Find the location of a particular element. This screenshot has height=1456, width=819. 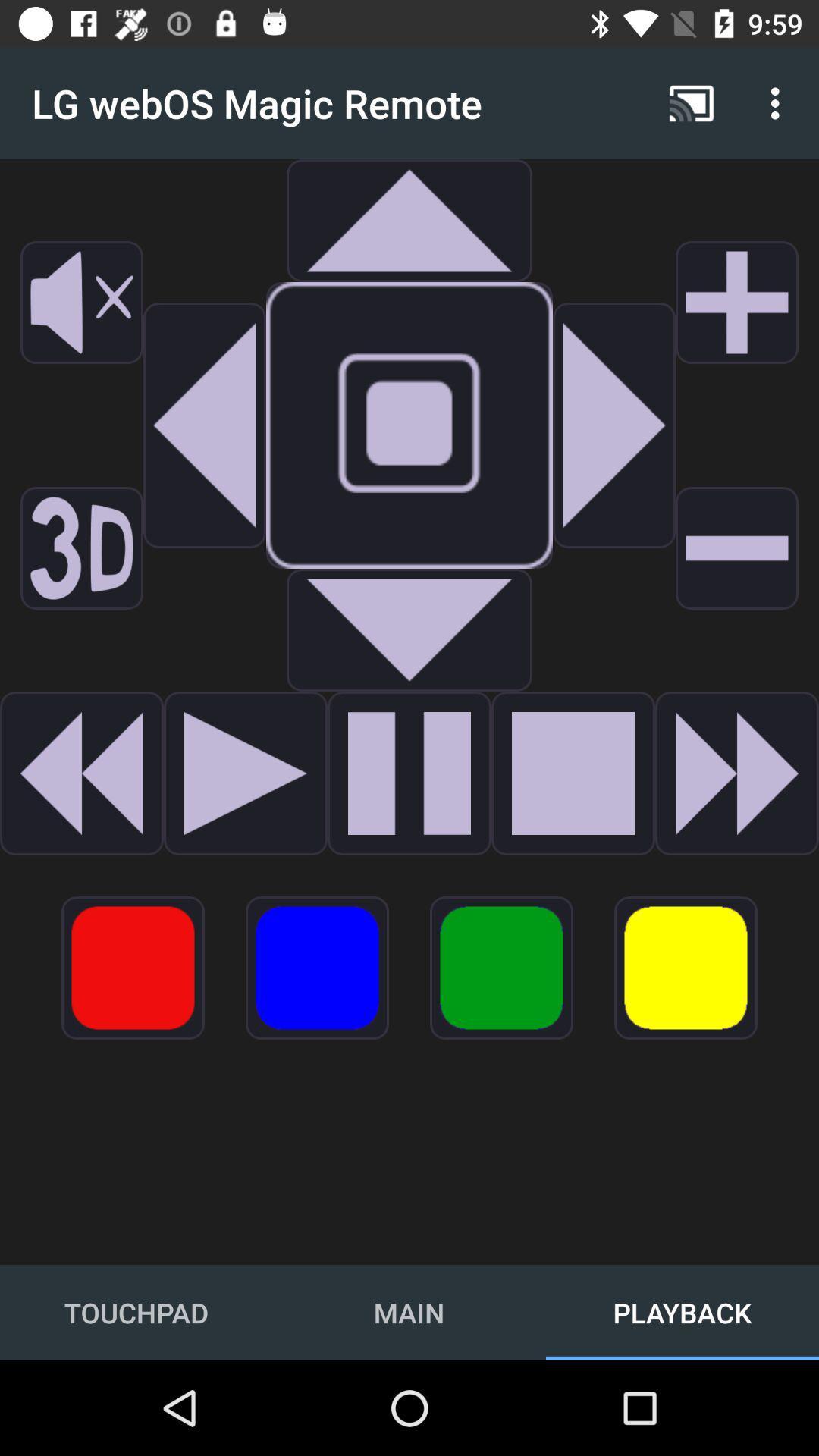

the arrow_backward icon is located at coordinates (205, 425).